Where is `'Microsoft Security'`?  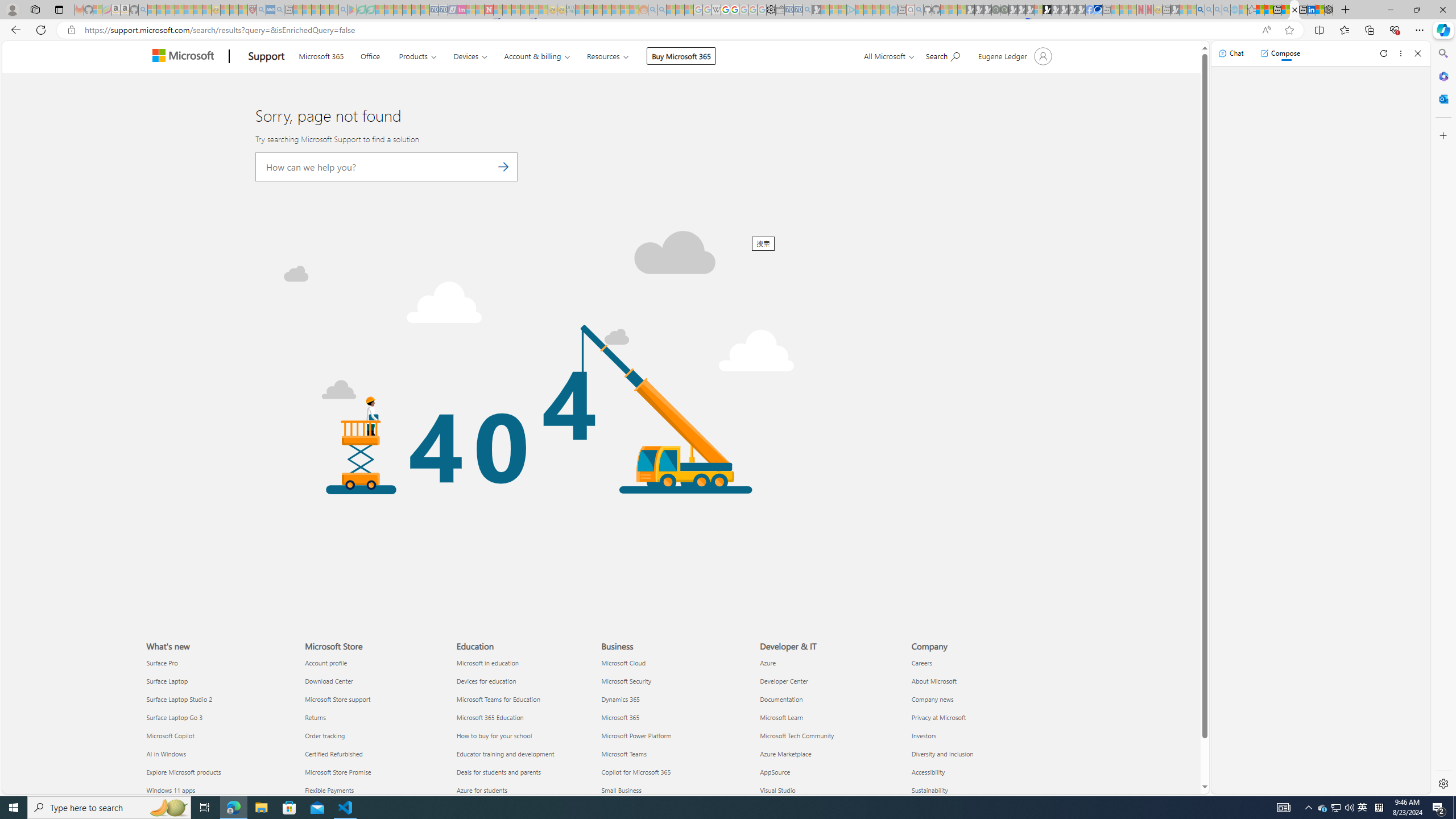 'Microsoft Security' is located at coordinates (674, 680).